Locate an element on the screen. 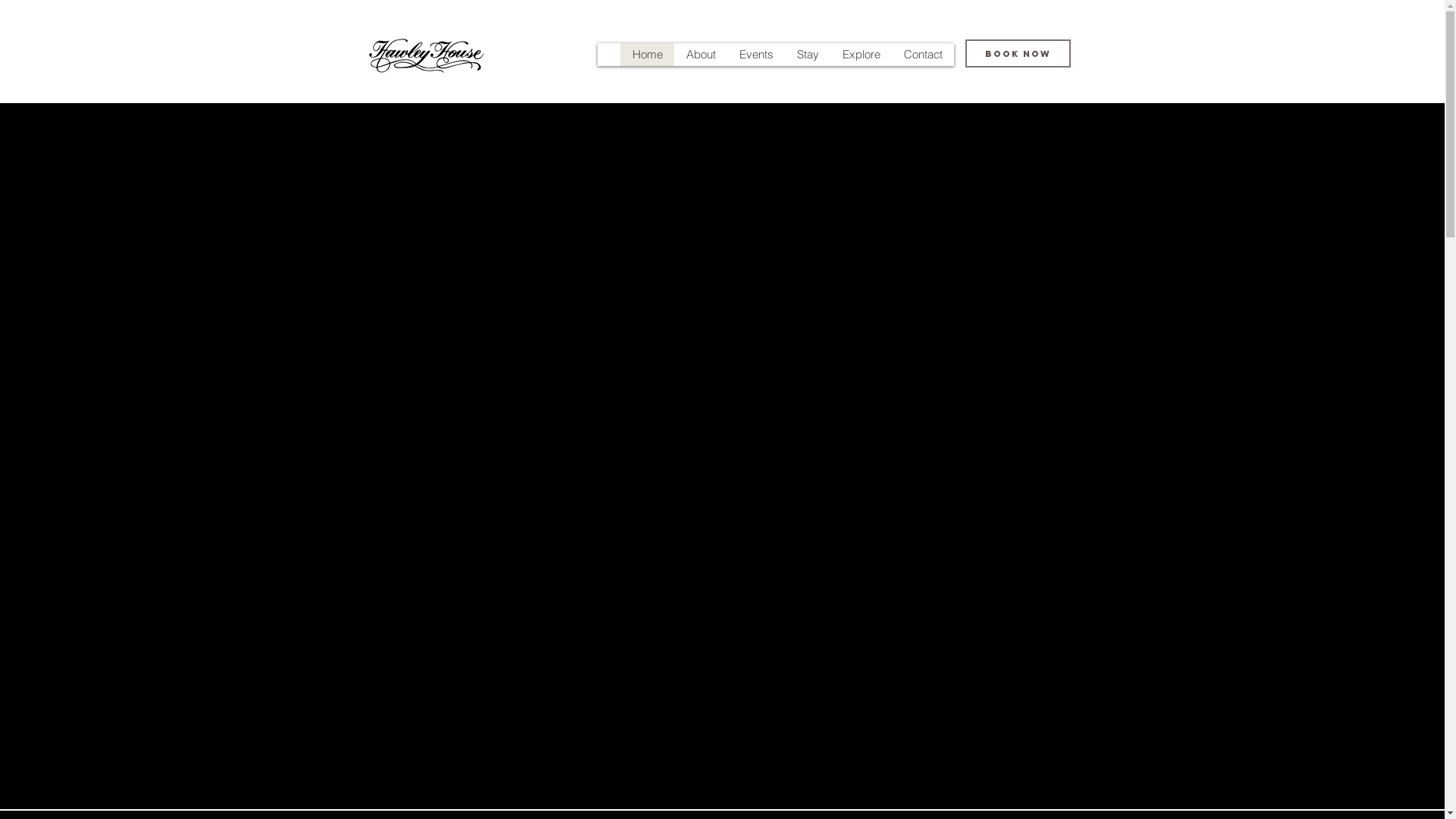  'Home' is located at coordinates (647, 54).